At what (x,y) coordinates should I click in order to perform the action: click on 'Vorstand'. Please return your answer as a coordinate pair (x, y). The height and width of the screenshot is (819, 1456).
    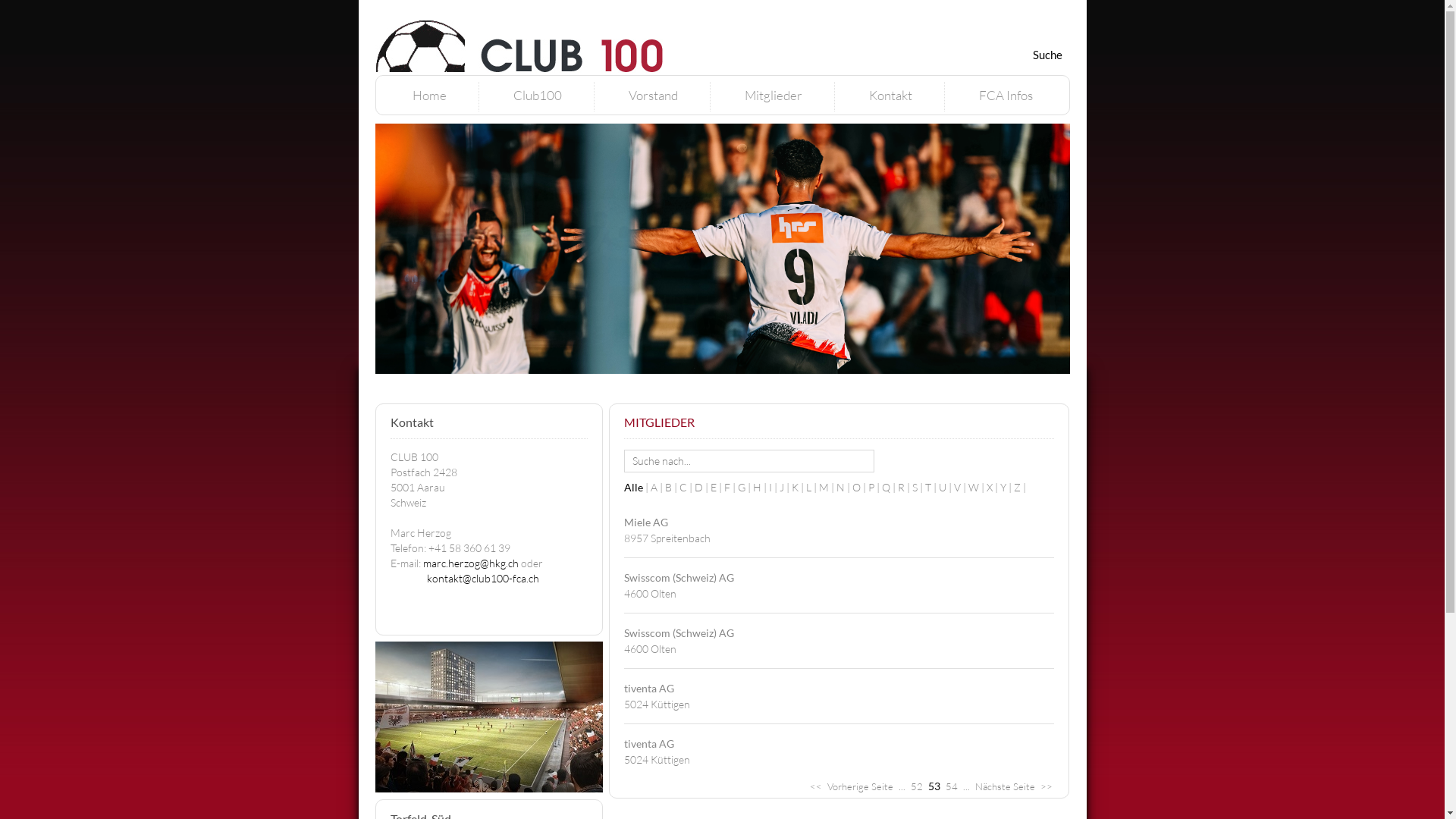
    Looking at the image, I should click on (652, 95).